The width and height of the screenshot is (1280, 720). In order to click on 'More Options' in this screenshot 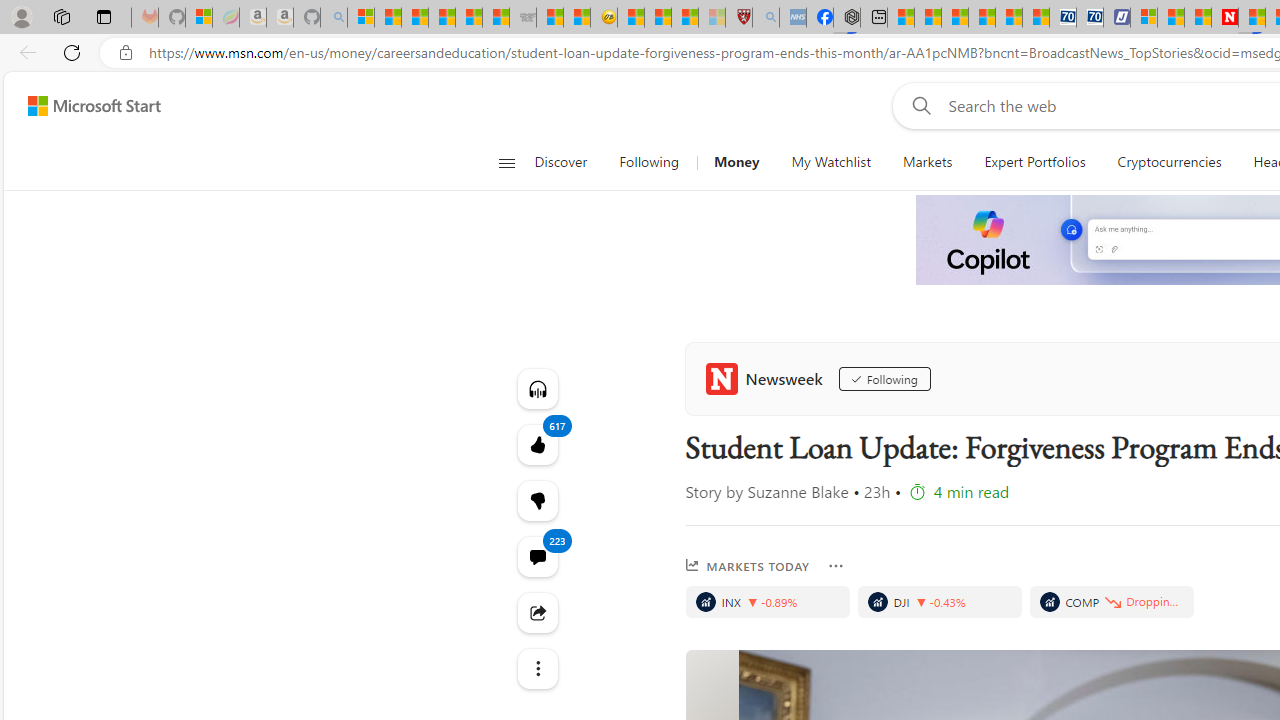, I will do `click(835, 565)`.